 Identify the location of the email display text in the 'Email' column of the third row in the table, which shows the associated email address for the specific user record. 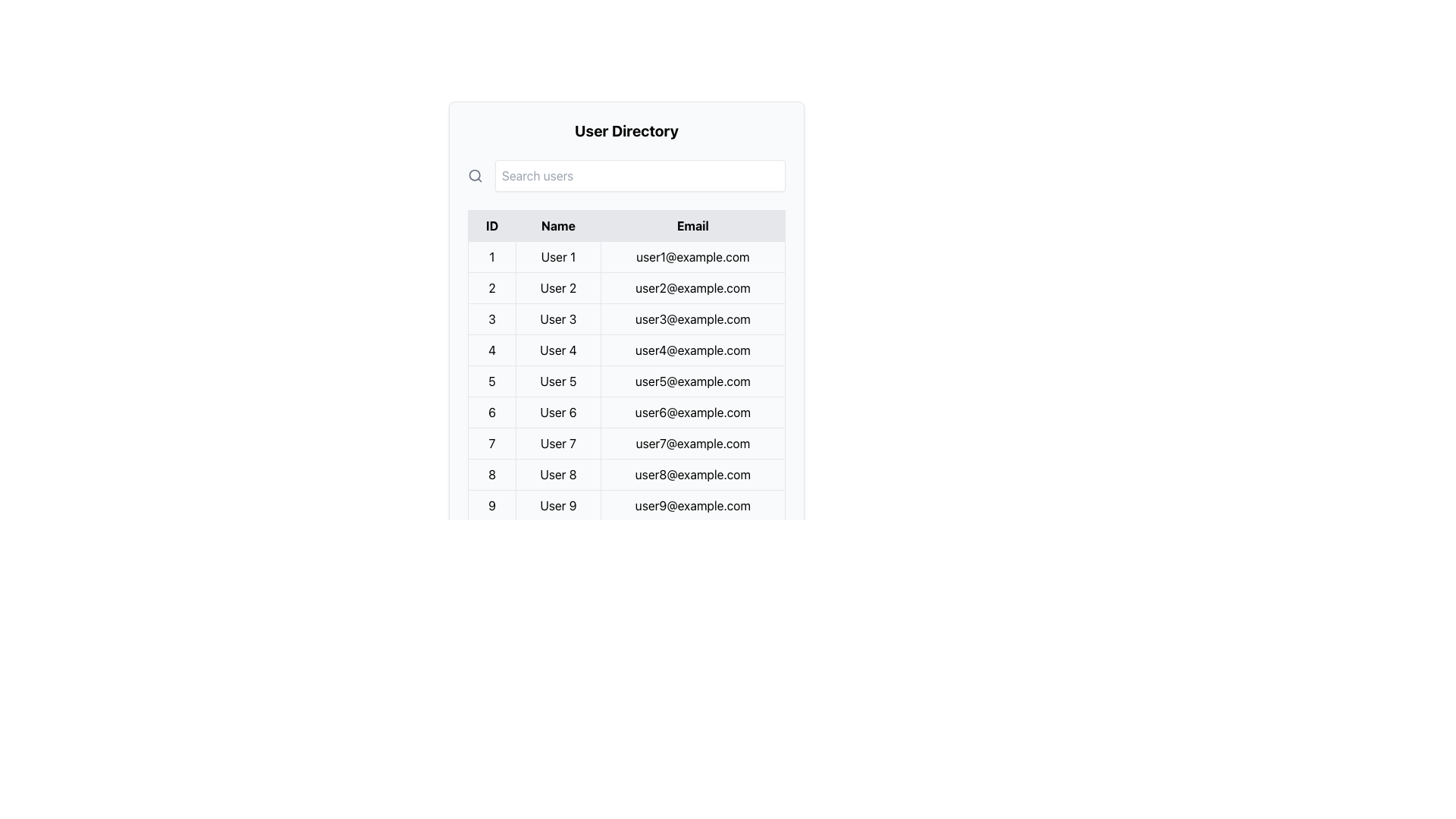
(692, 318).